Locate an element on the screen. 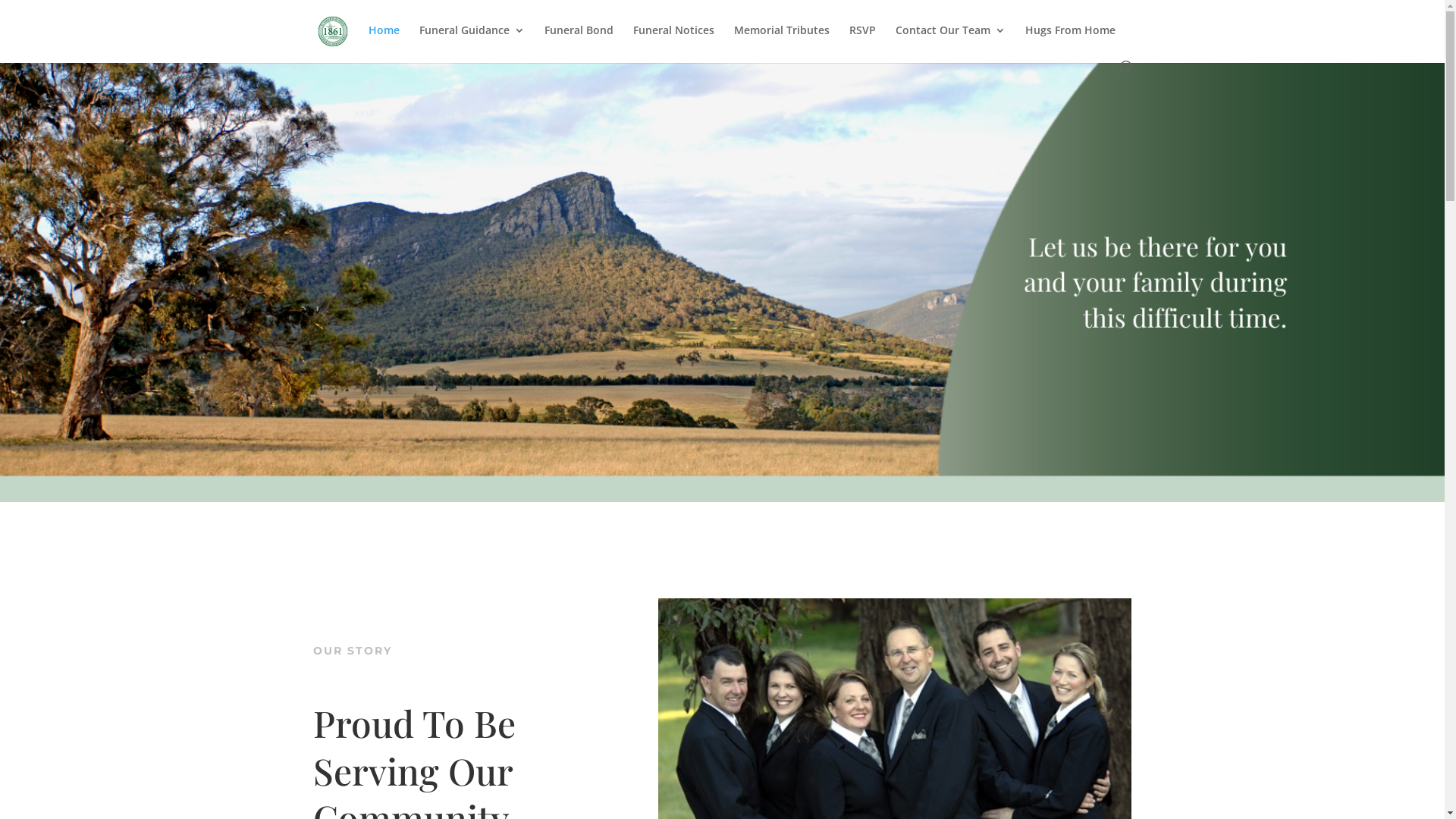  'Hugs From Home' is located at coordinates (1069, 42).